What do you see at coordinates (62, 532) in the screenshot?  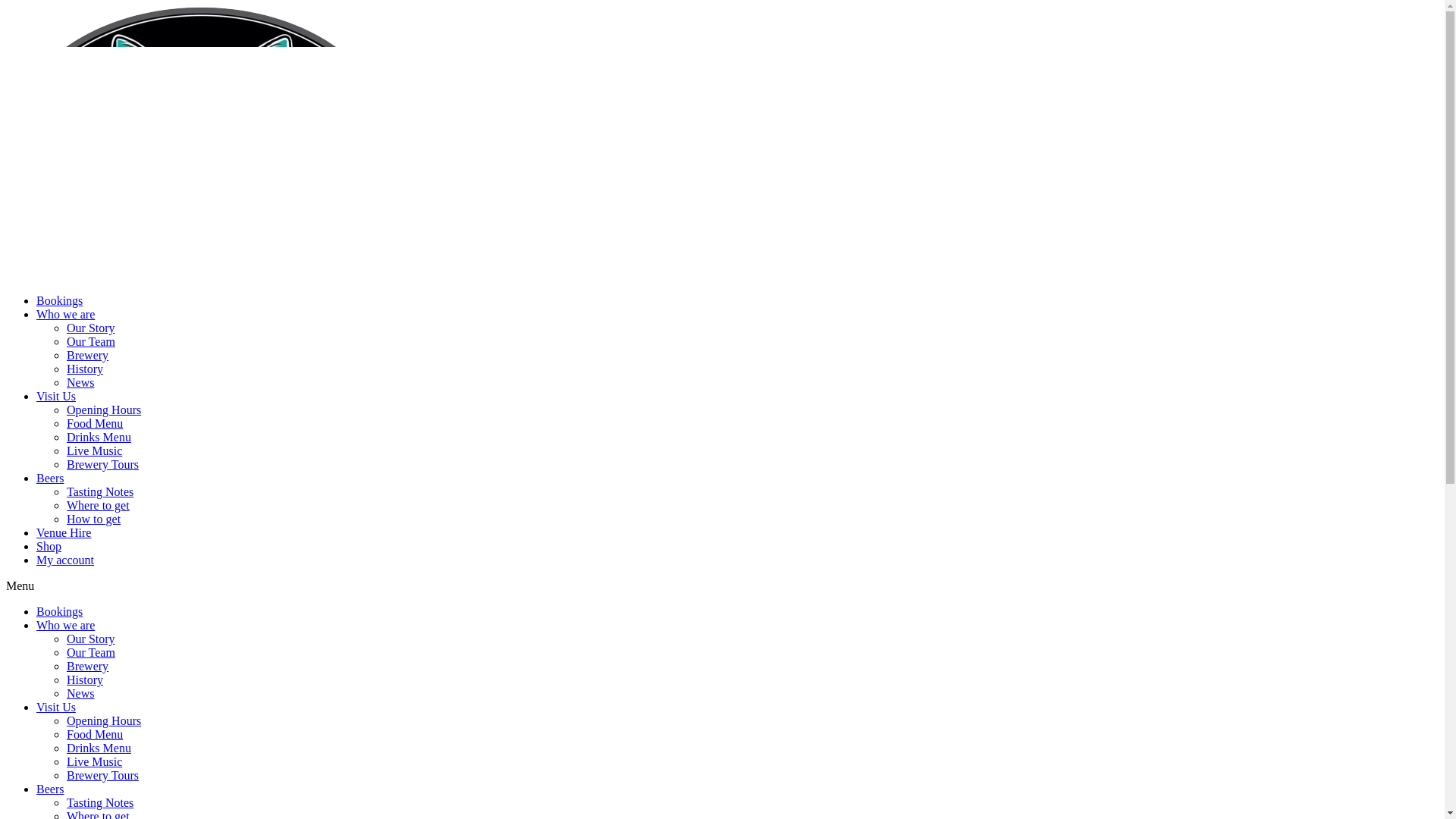 I see `'Venue Hire'` at bounding box center [62, 532].